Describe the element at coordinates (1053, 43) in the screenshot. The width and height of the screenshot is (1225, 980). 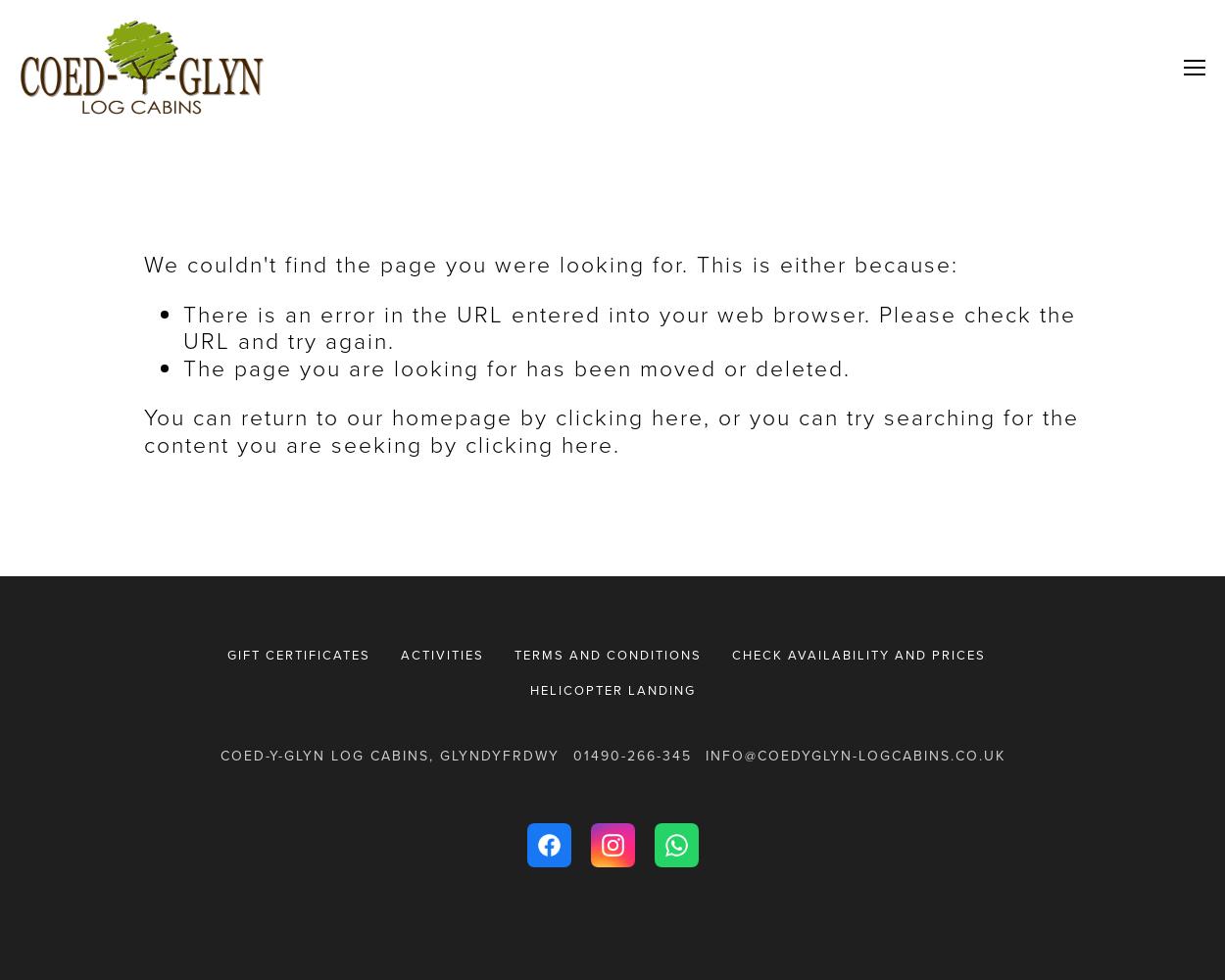
I see `'Welcome'` at that location.